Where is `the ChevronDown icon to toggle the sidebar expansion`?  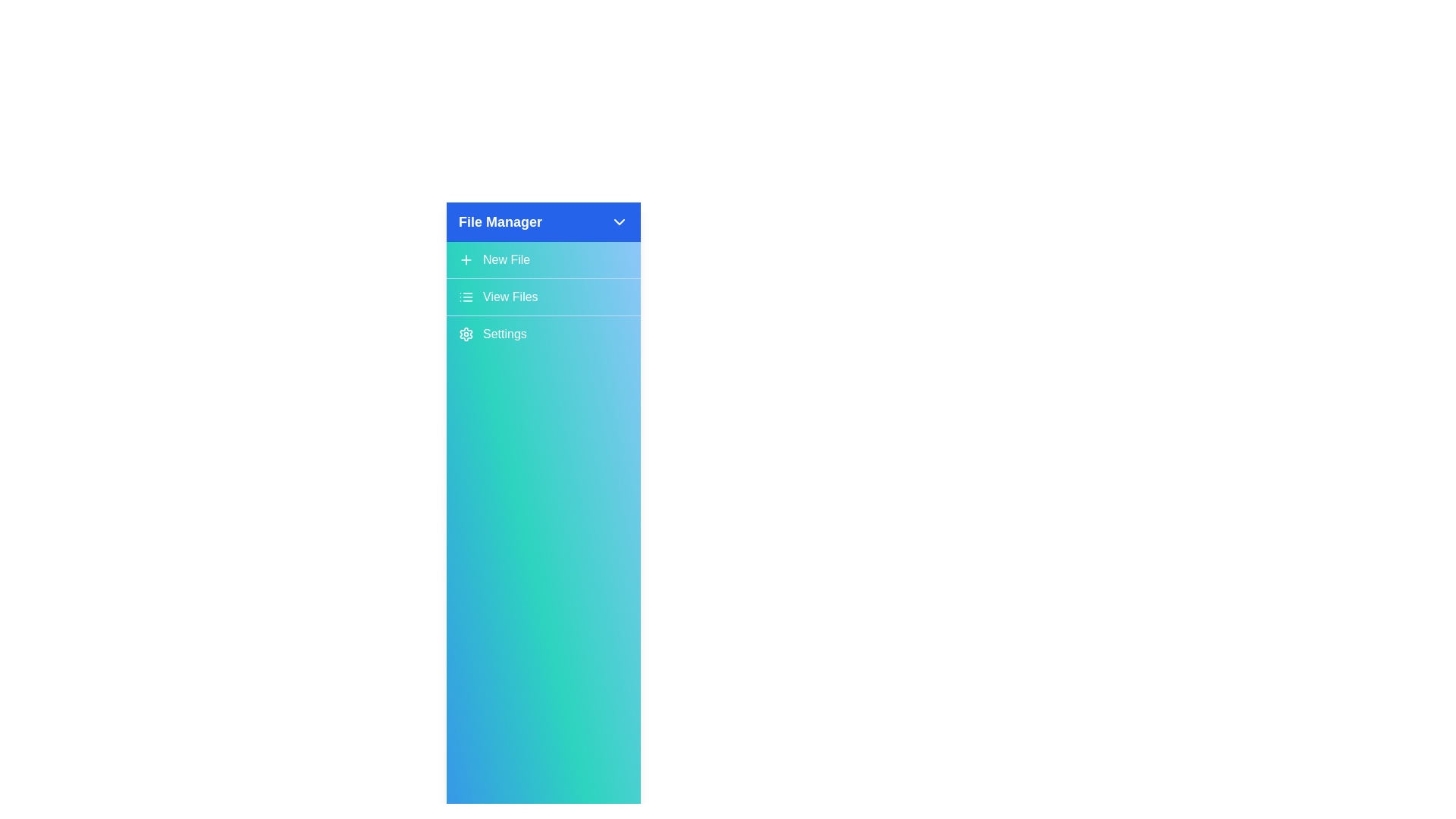
the ChevronDown icon to toggle the sidebar expansion is located at coordinates (619, 222).